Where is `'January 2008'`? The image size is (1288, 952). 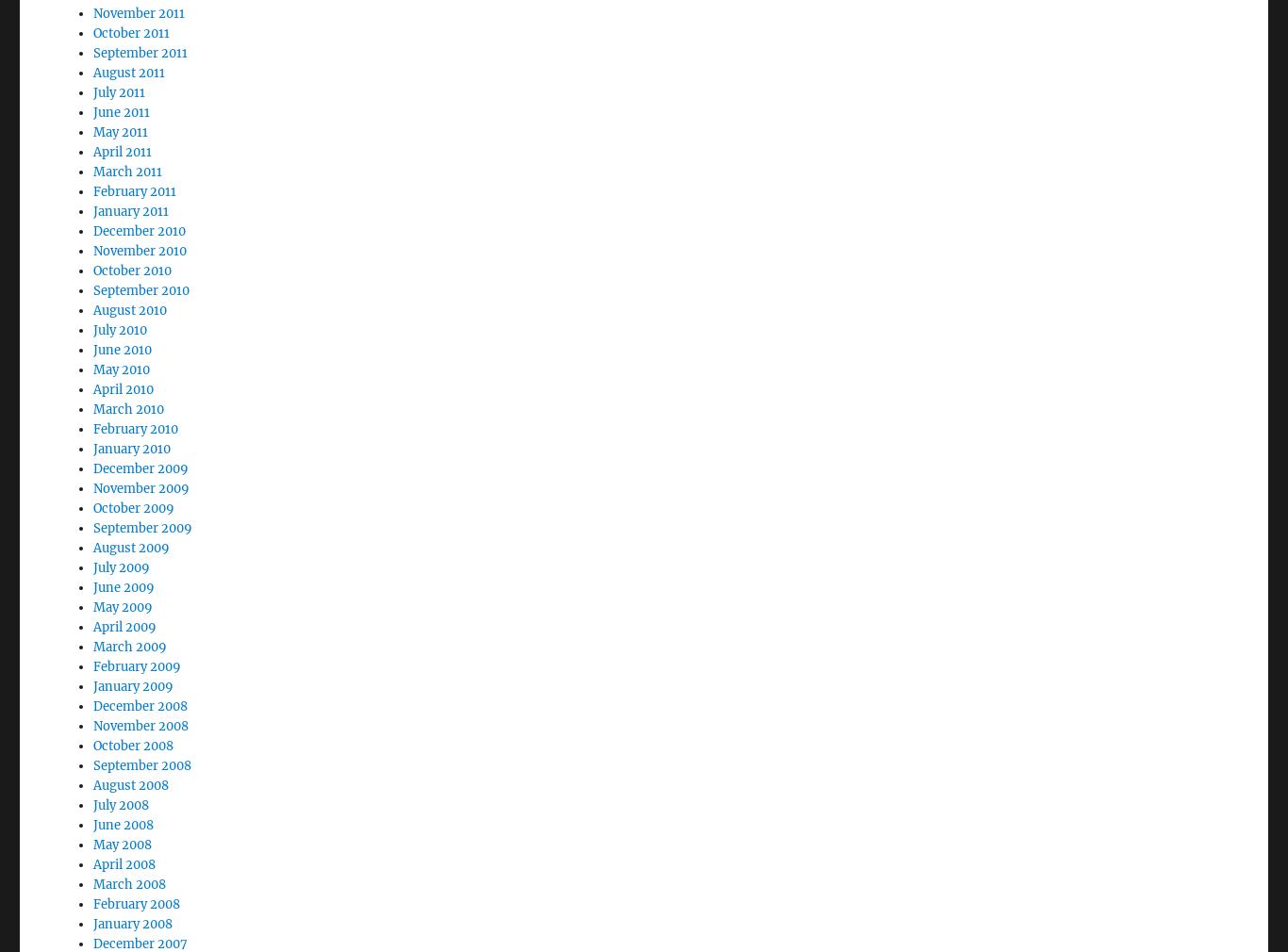
'January 2008' is located at coordinates (93, 872).